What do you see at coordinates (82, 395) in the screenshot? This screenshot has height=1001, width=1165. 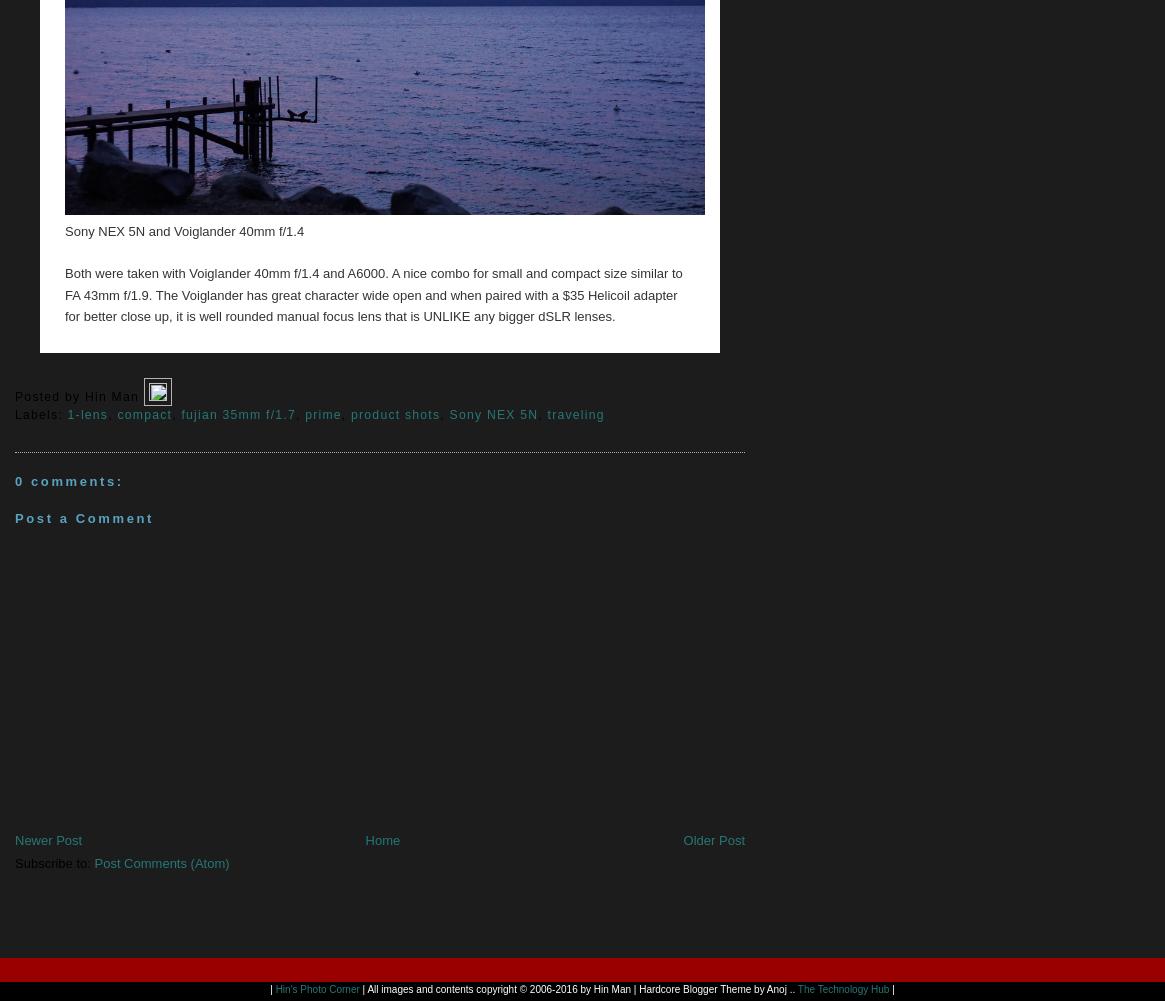 I see `'Hin Man'` at bounding box center [82, 395].